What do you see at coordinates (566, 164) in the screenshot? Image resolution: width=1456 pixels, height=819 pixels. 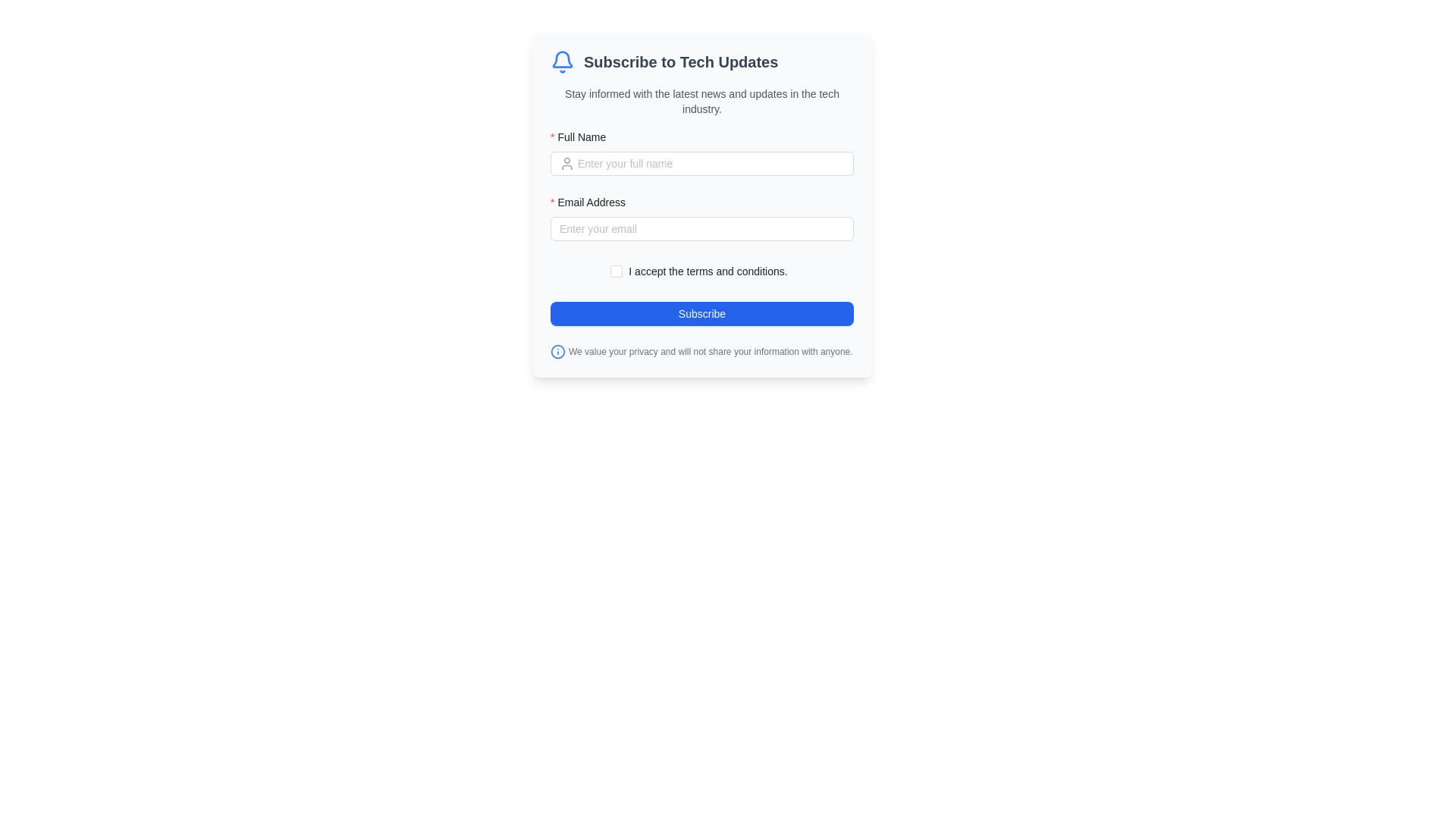 I see `the user profile icon located to the left of the 'Full Name' text input field in the subscription form` at bounding box center [566, 164].